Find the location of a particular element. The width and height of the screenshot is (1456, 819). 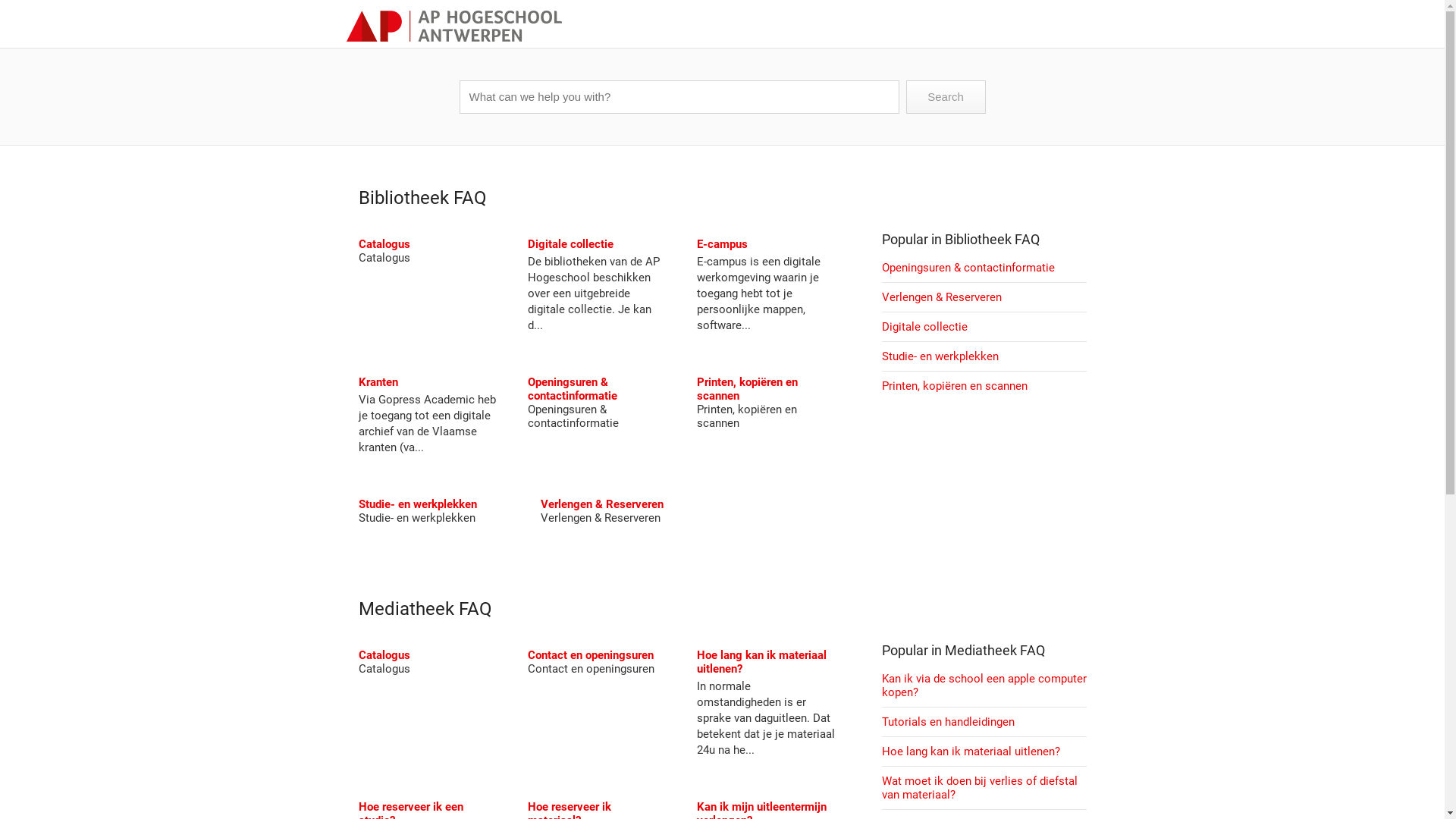

'Kan ik via de school een apple computer kopen?' is located at coordinates (983, 685).